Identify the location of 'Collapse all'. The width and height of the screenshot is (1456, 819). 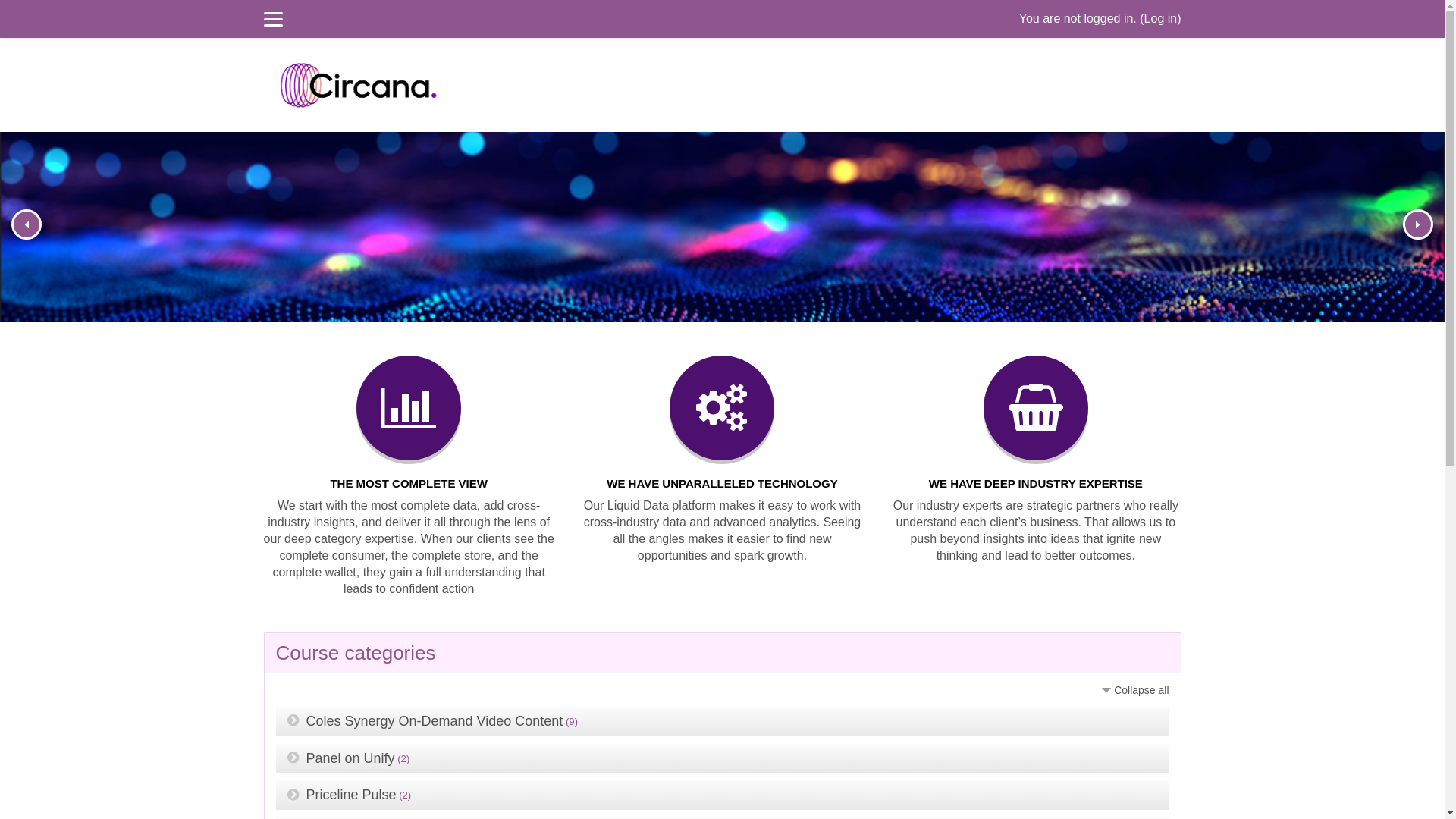
(1133, 690).